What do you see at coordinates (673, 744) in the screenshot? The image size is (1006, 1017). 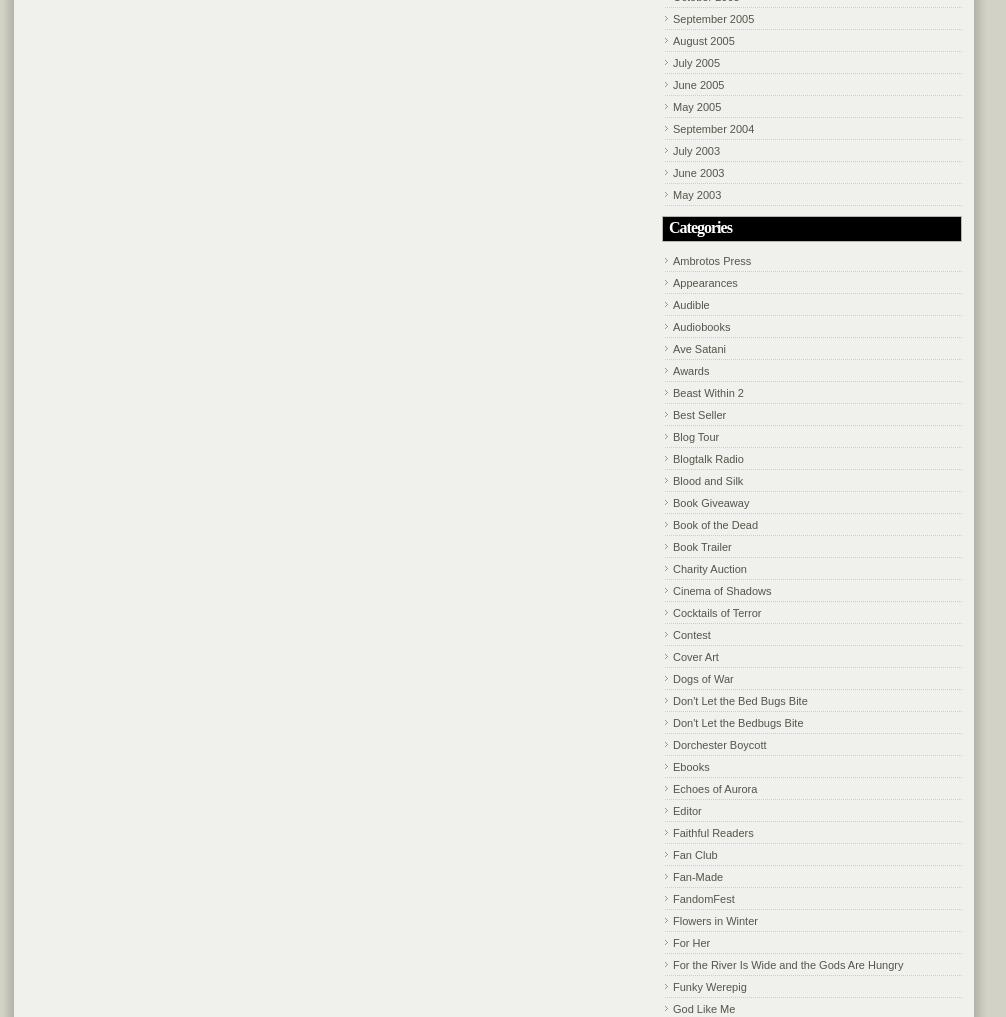 I see `'Dorchester Boycott'` at bounding box center [673, 744].